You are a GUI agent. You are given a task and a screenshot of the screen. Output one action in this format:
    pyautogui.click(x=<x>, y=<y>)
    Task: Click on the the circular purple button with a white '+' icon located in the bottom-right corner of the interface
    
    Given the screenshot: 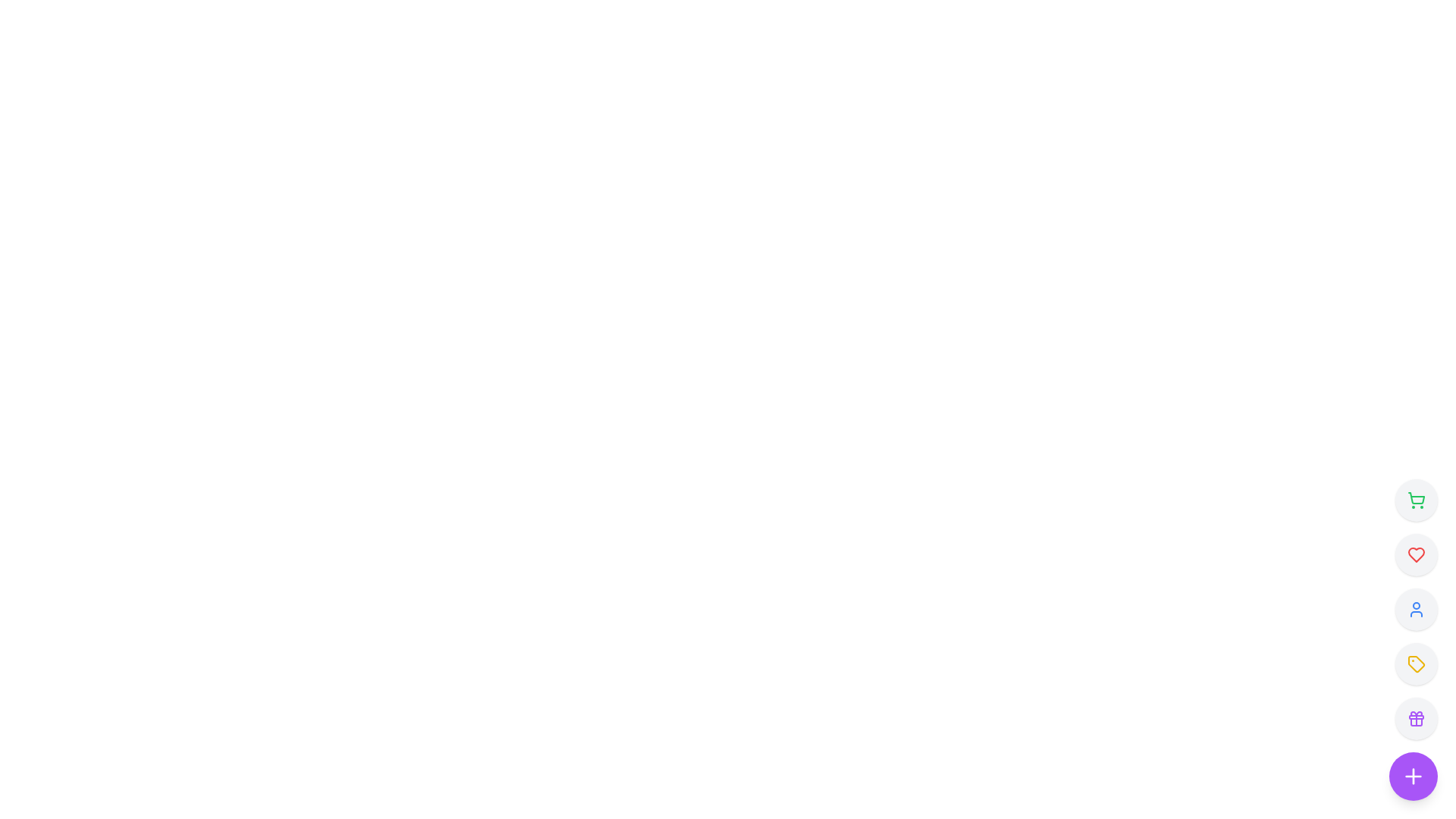 What is the action you would take?
    pyautogui.click(x=1412, y=776)
    